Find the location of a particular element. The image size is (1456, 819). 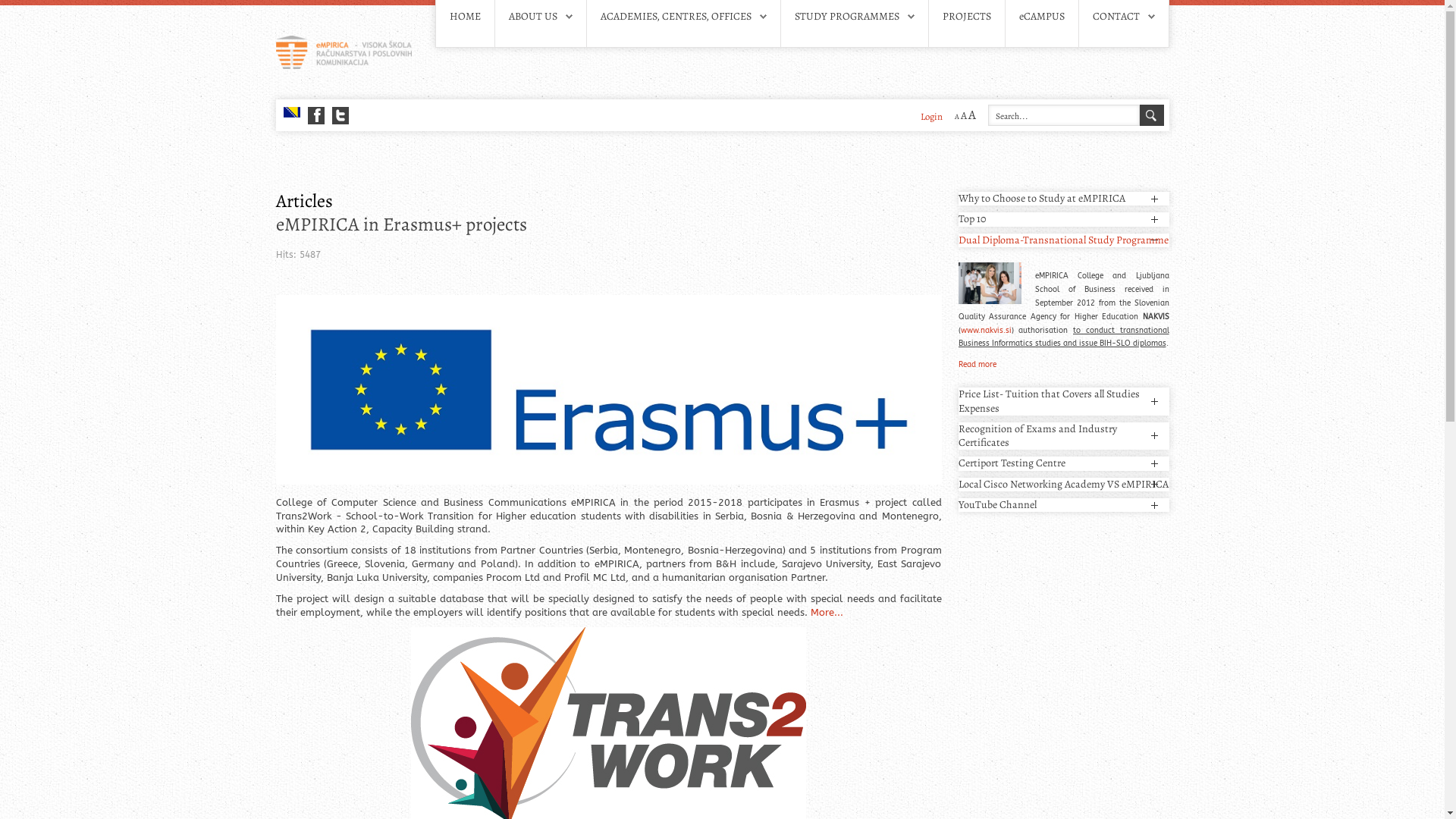

'HOME' is located at coordinates (463, 17).